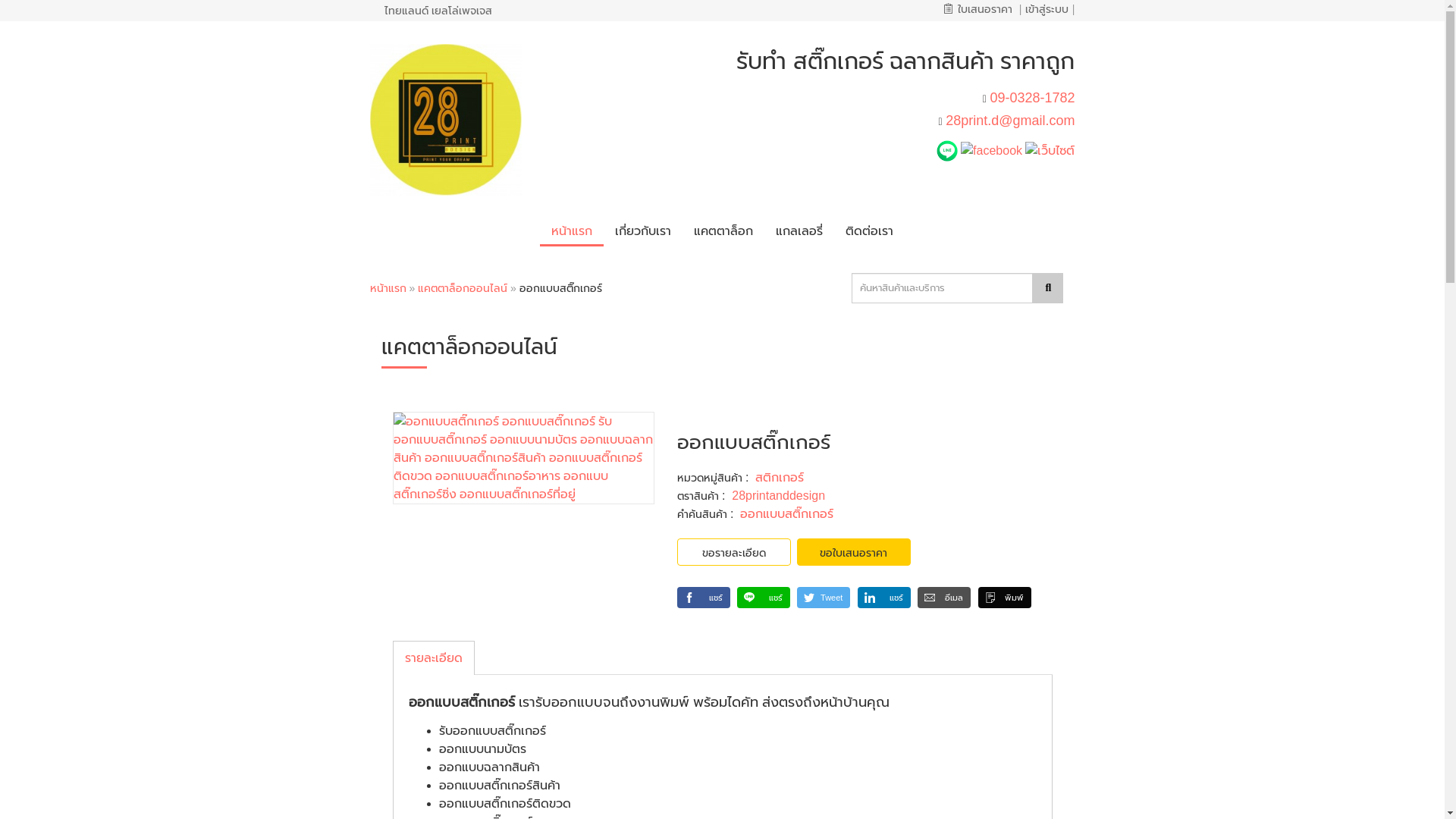 Image resolution: width=1456 pixels, height=819 pixels. Describe the element at coordinates (991, 149) in the screenshot. I see `'facebook'` at that location.